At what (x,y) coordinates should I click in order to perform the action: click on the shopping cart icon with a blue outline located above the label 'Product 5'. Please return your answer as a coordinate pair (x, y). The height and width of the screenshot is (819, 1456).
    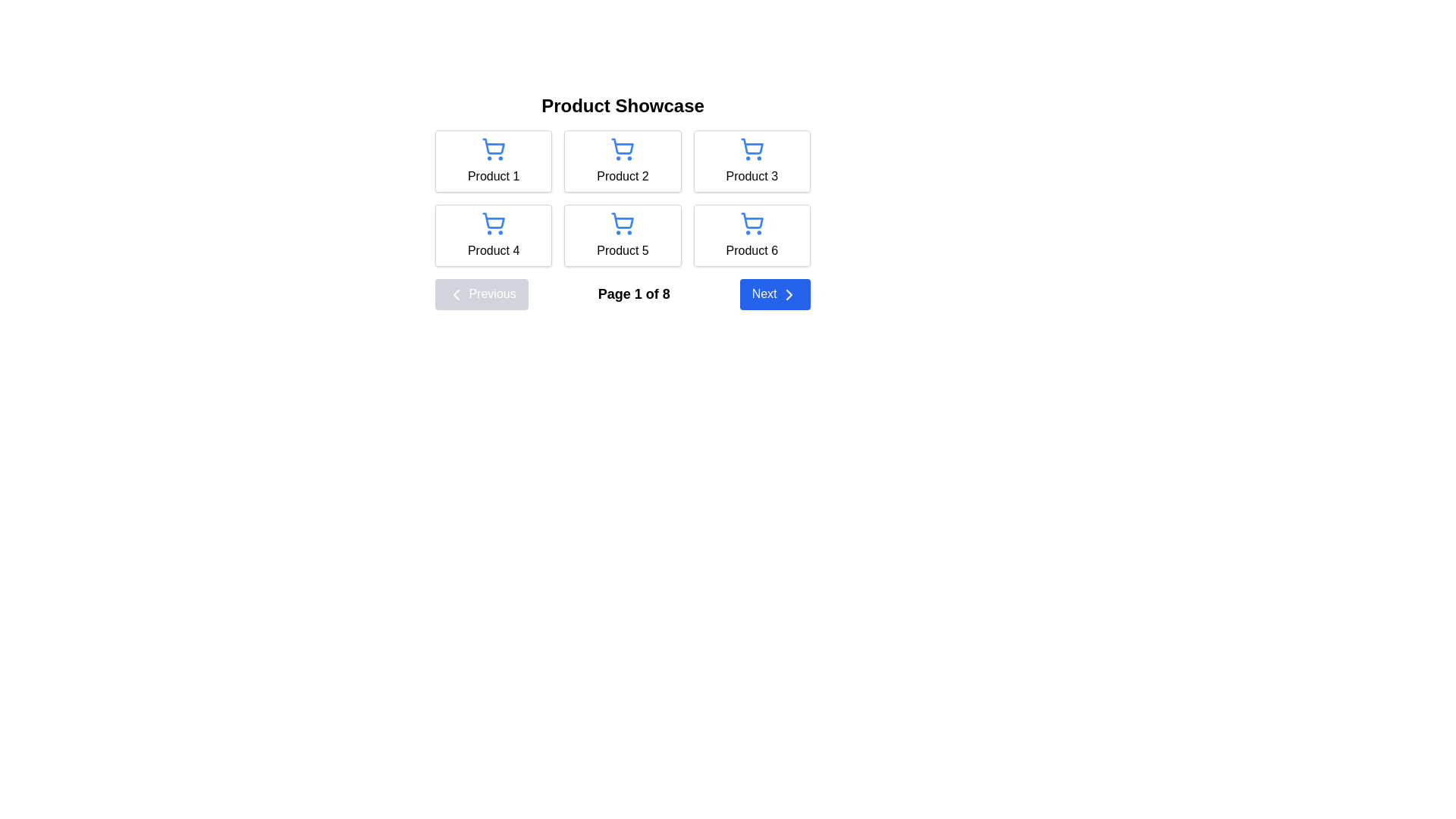
    Looking at the image, I should click on (623, 223).